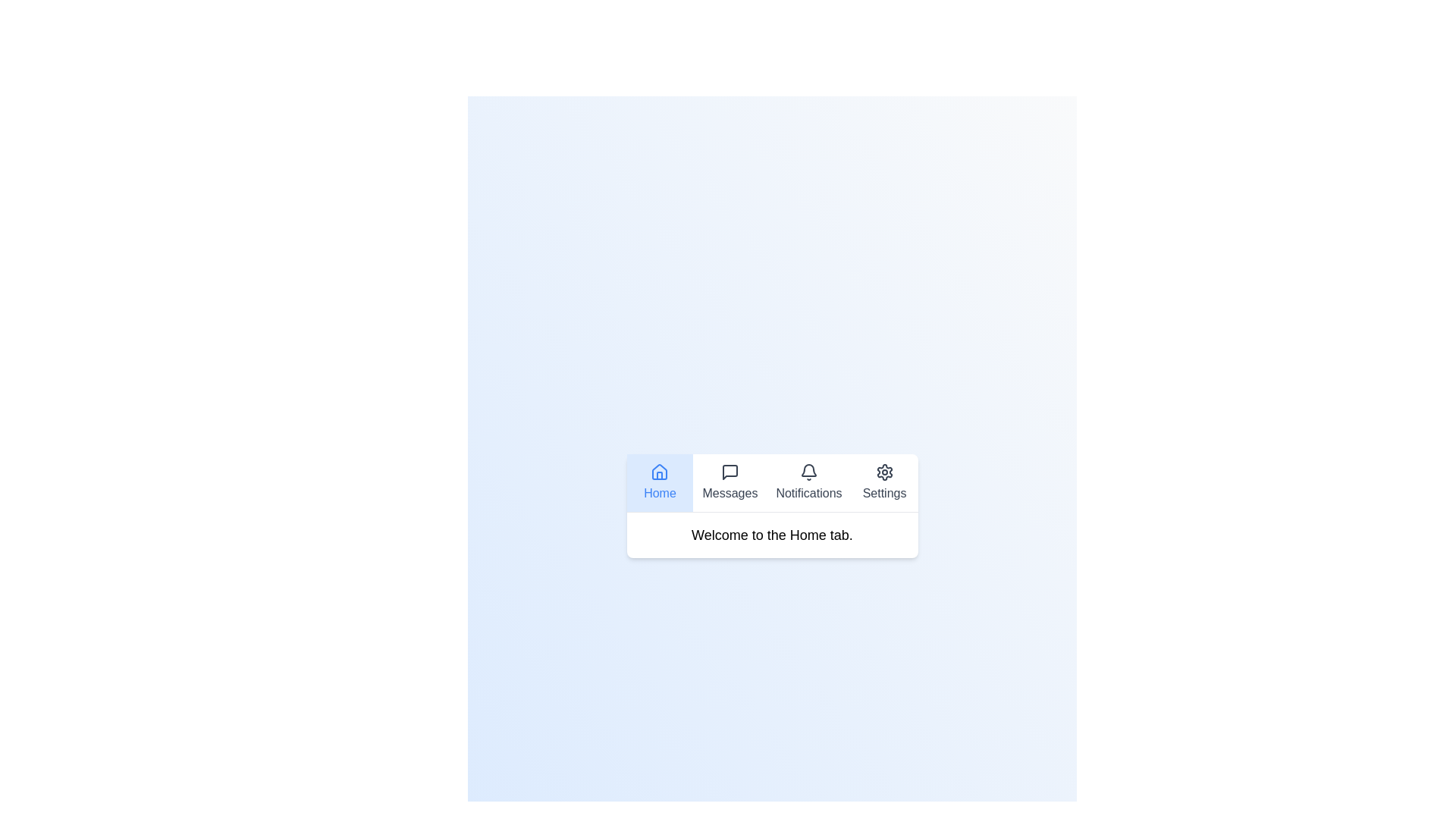 This screenshot has width=1456, height=819. What do you see at coordinates (884, 471) in the screenshot?
I see `the cogwheel-like settings icon located as the rightmost element in the horizontal menu bar at the bottom of the interface` at bounding box center [884, 471].